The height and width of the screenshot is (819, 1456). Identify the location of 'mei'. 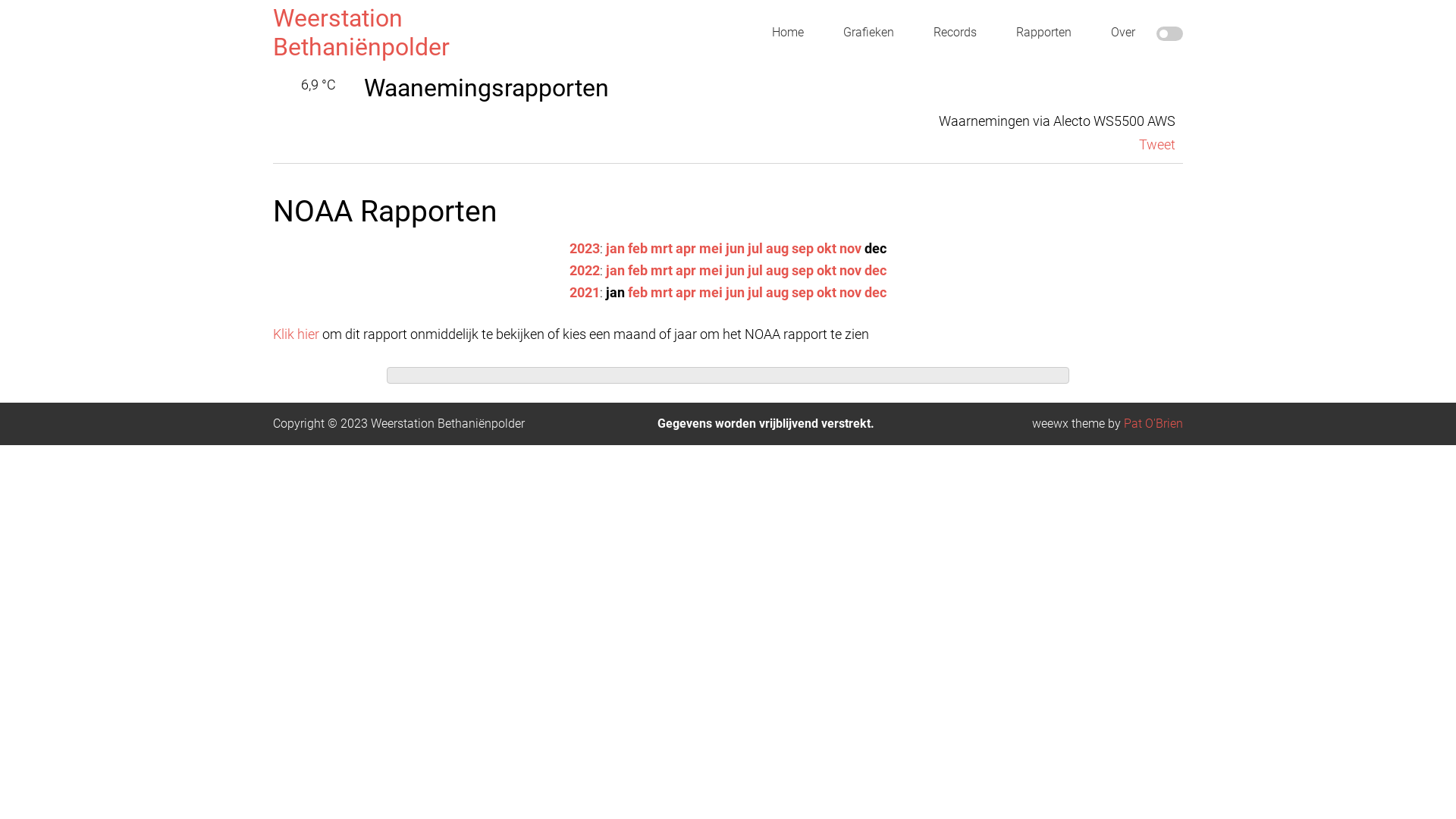
(710, 269).